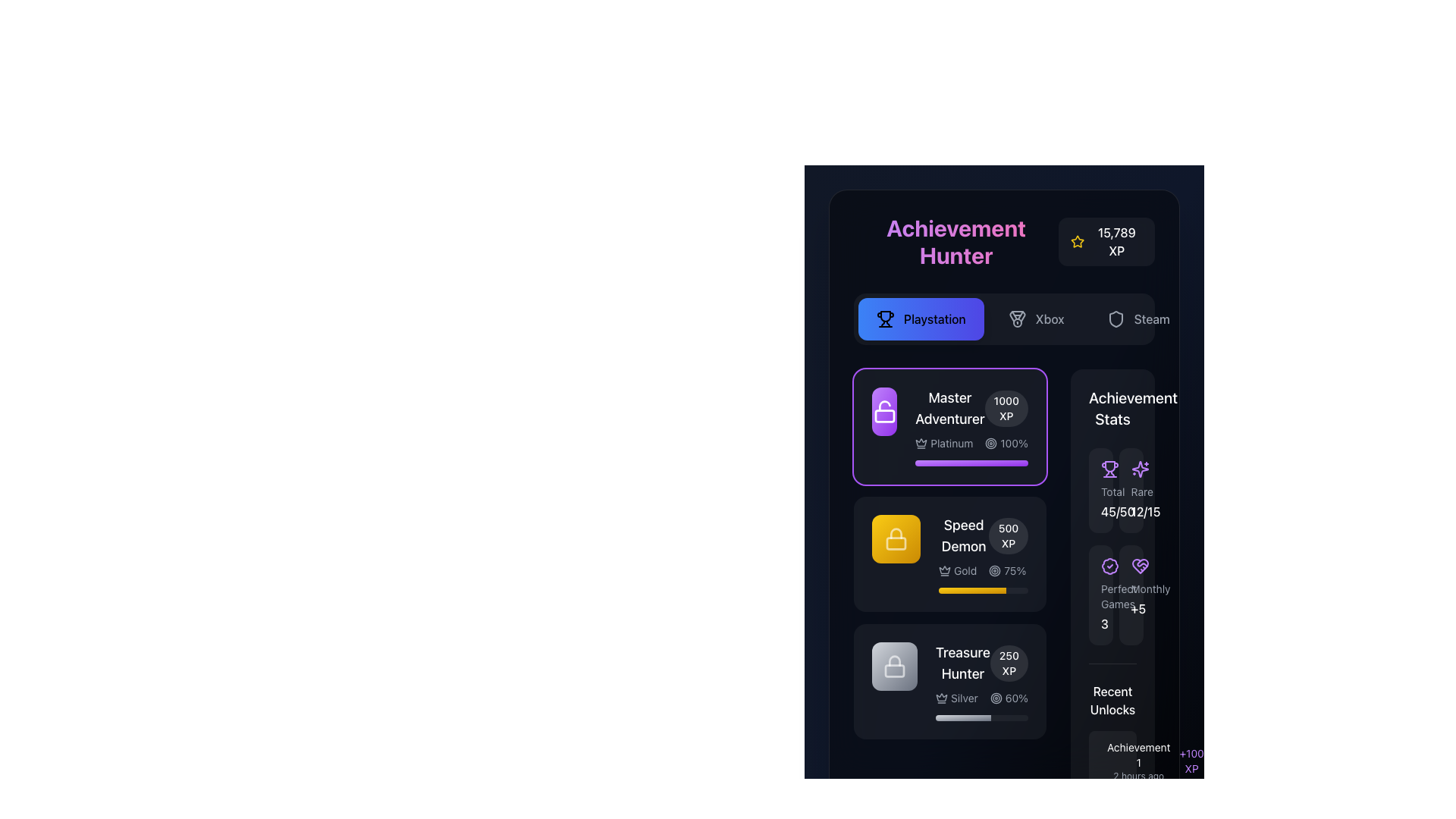  Describe the element at coordinates (957, 570) in the screenshot. I see `the 'Gold' label with a crown icon, which is positioned to the left of the '75%' text within the 'Speed Demon' card` at that location.